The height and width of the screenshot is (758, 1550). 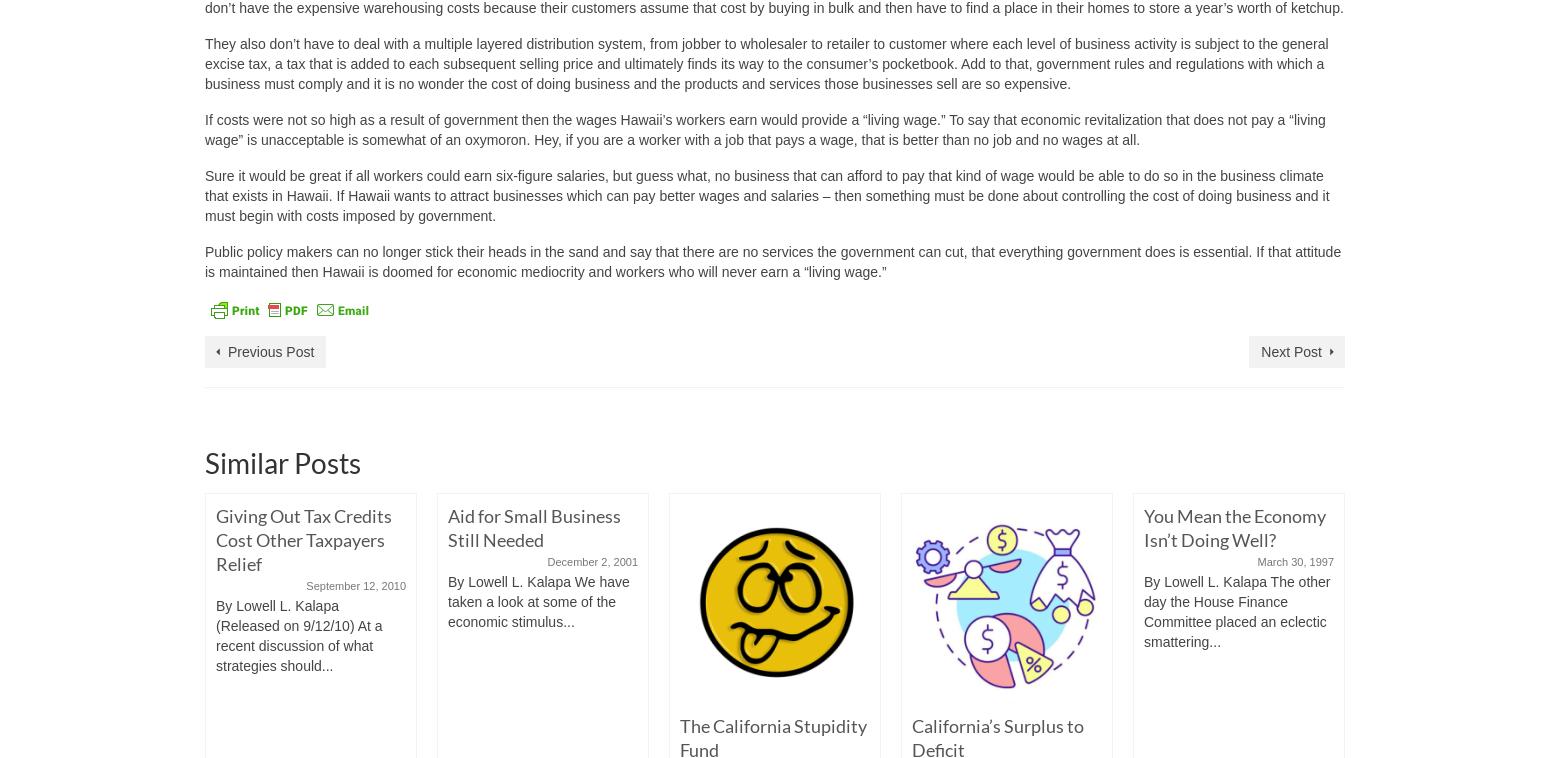 I want to click on 'Previous', so click(x=231, y=705).